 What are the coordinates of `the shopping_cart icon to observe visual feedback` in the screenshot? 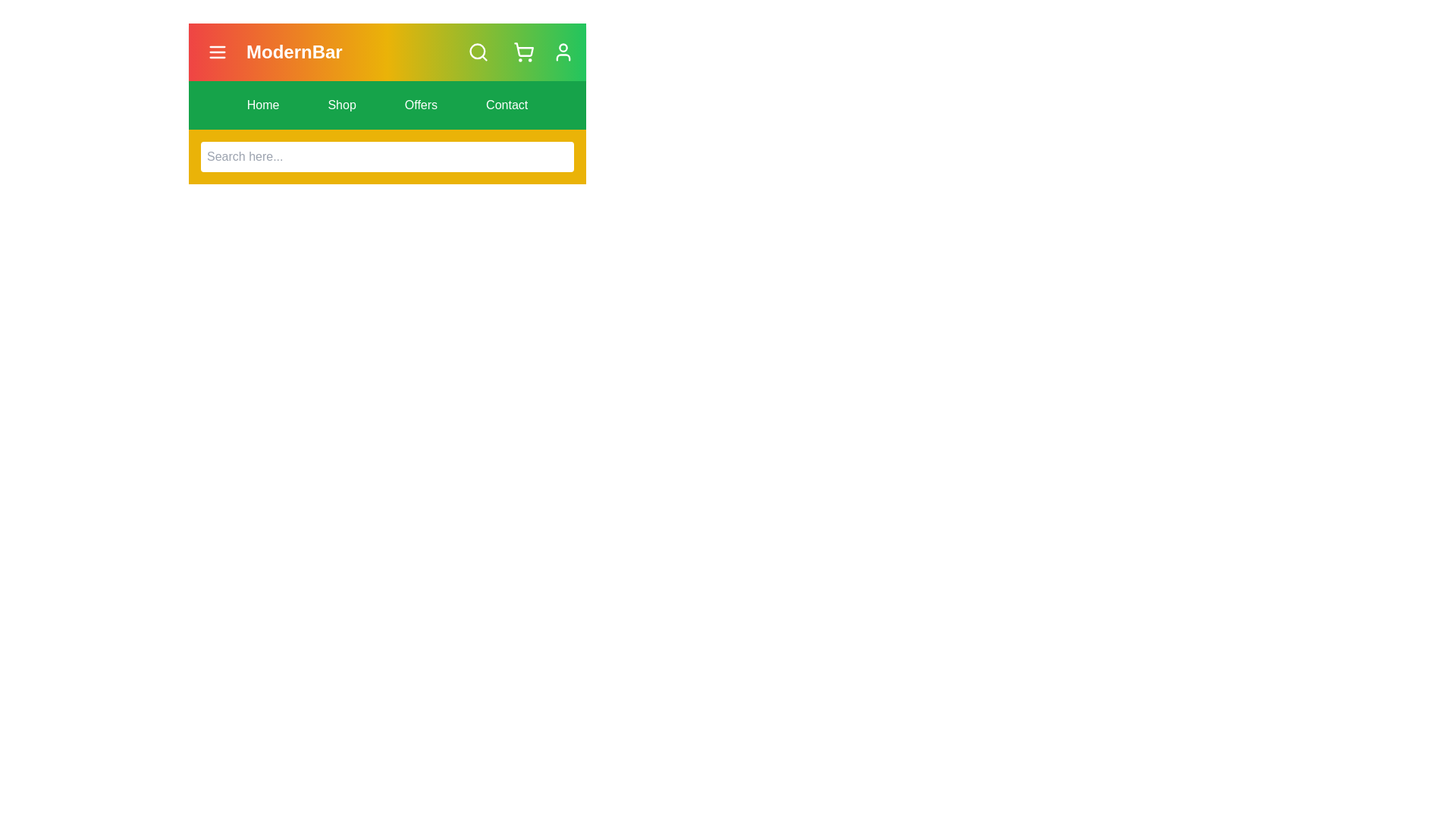 It's located at (524, 52).